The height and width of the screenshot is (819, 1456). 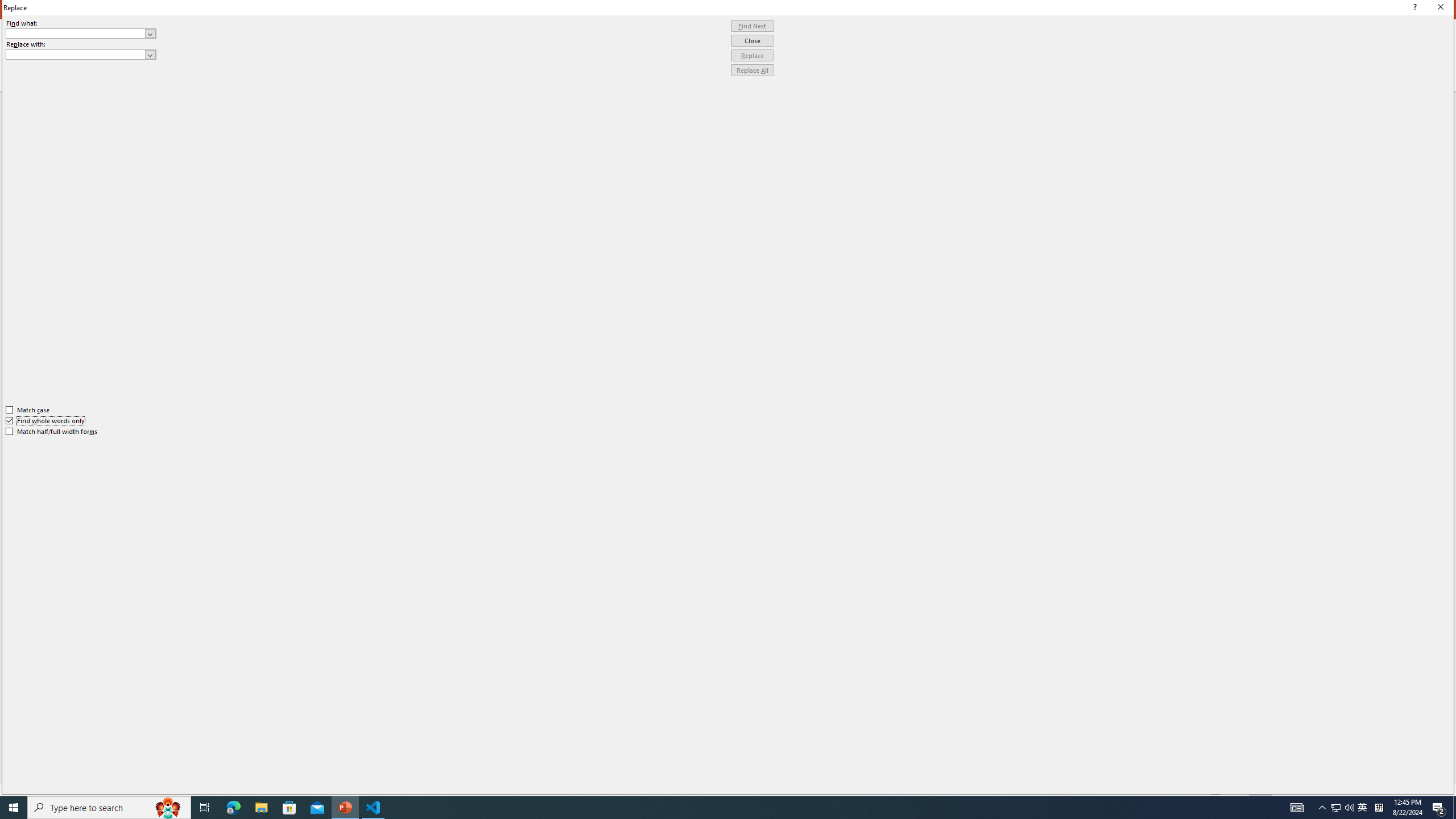 What do you see at coordinates (1413, 9) in the screenshot?
I see `'Context help'` at bounding box center [1413, 9].